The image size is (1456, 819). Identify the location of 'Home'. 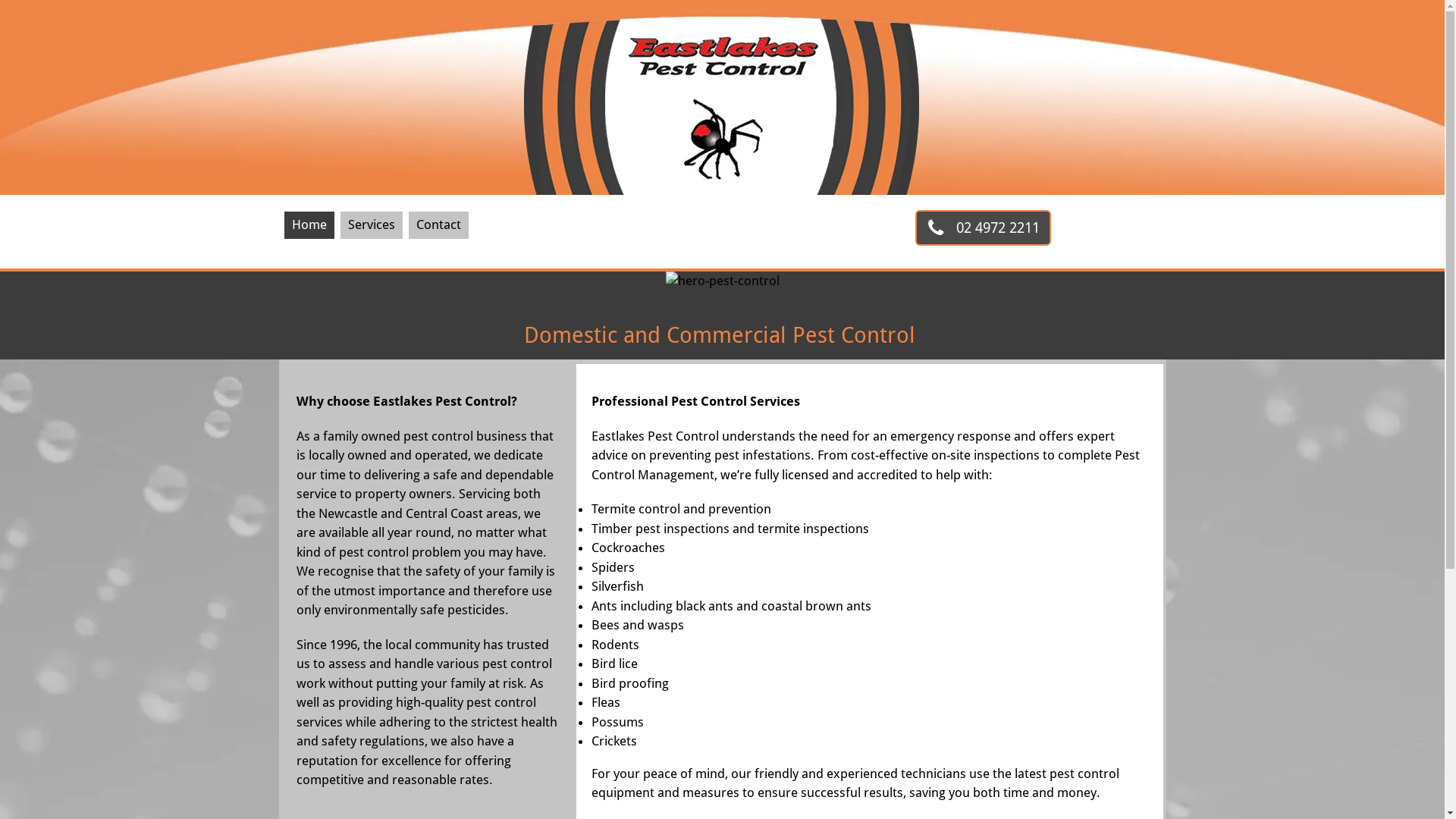
(284, 225).